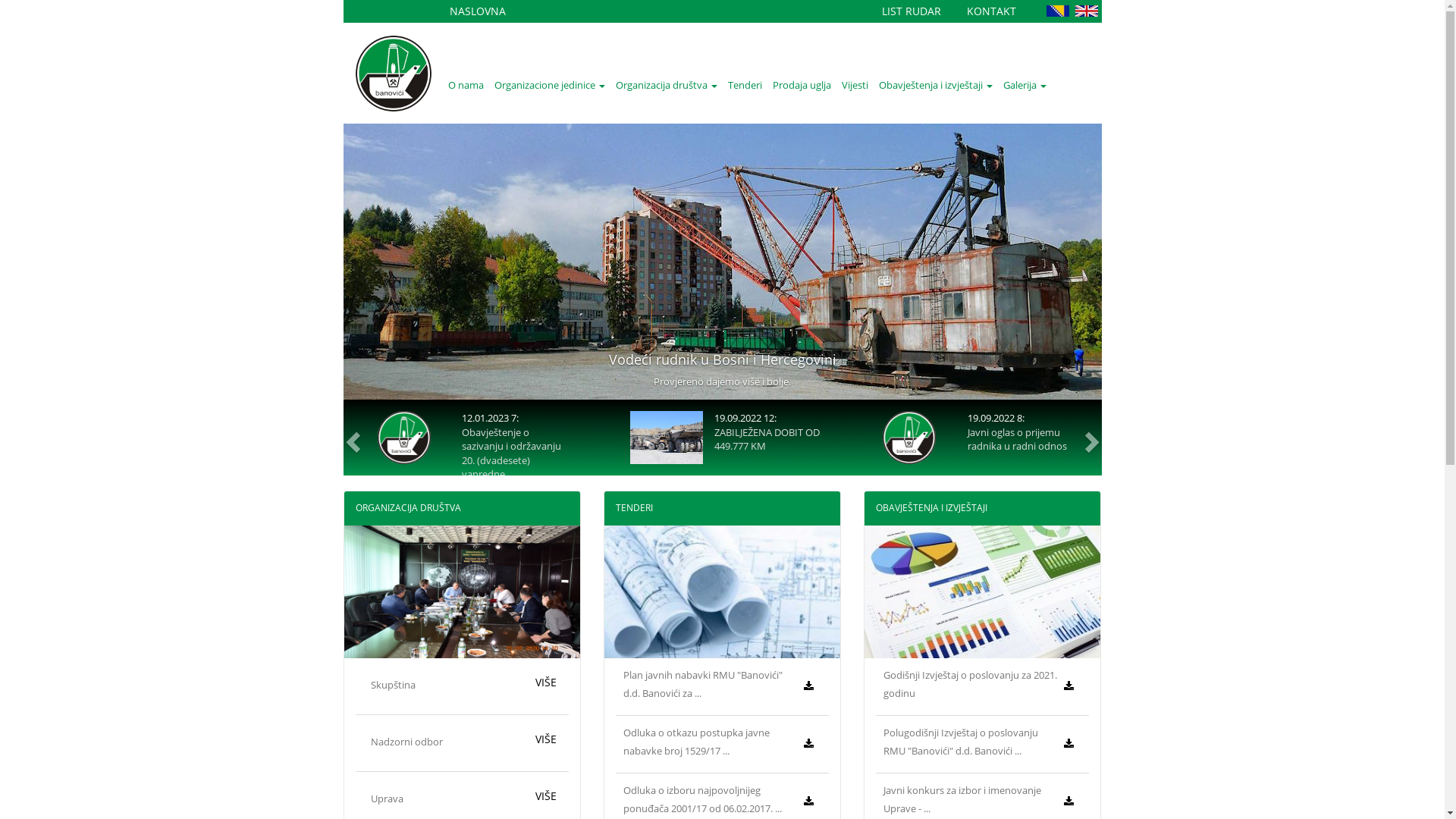 This screenshot has height=819, width=1456. I want to click on 'Organizacione jedinice', so click(548, 84).